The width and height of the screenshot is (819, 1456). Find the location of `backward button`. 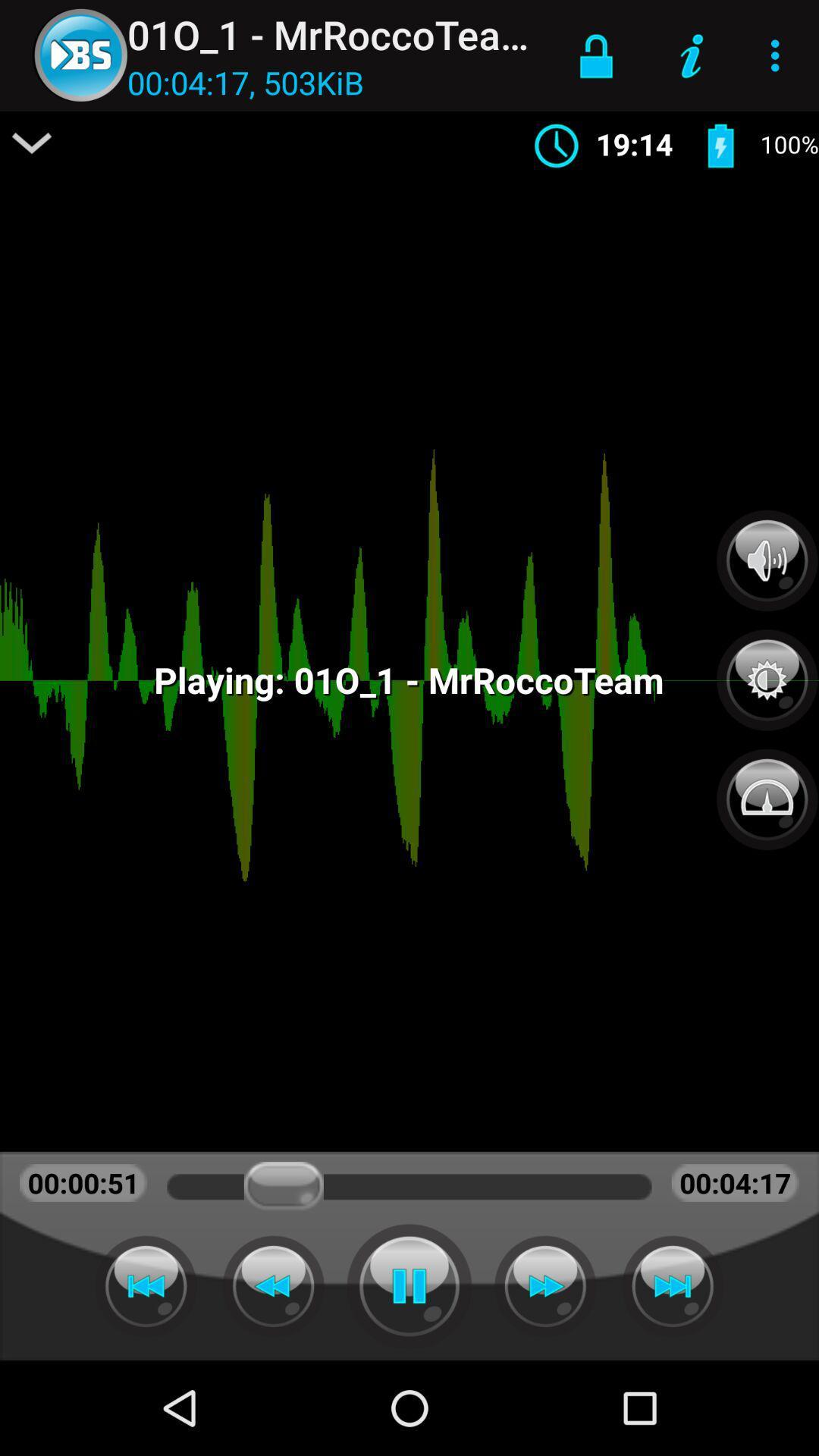

backward button is located at coordinates (146, 1285).